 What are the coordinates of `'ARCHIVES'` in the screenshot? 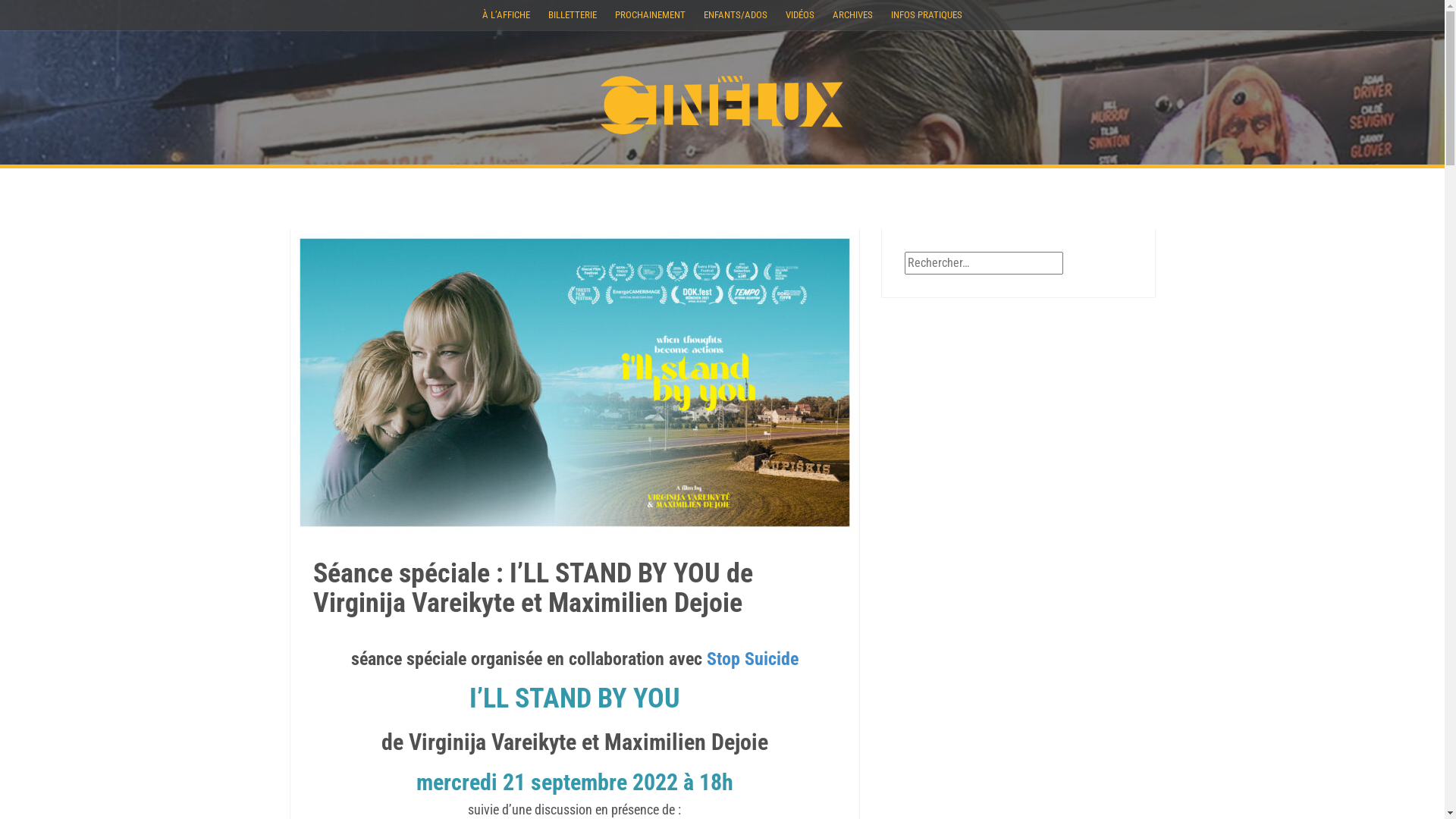 It's located at (852, 14).